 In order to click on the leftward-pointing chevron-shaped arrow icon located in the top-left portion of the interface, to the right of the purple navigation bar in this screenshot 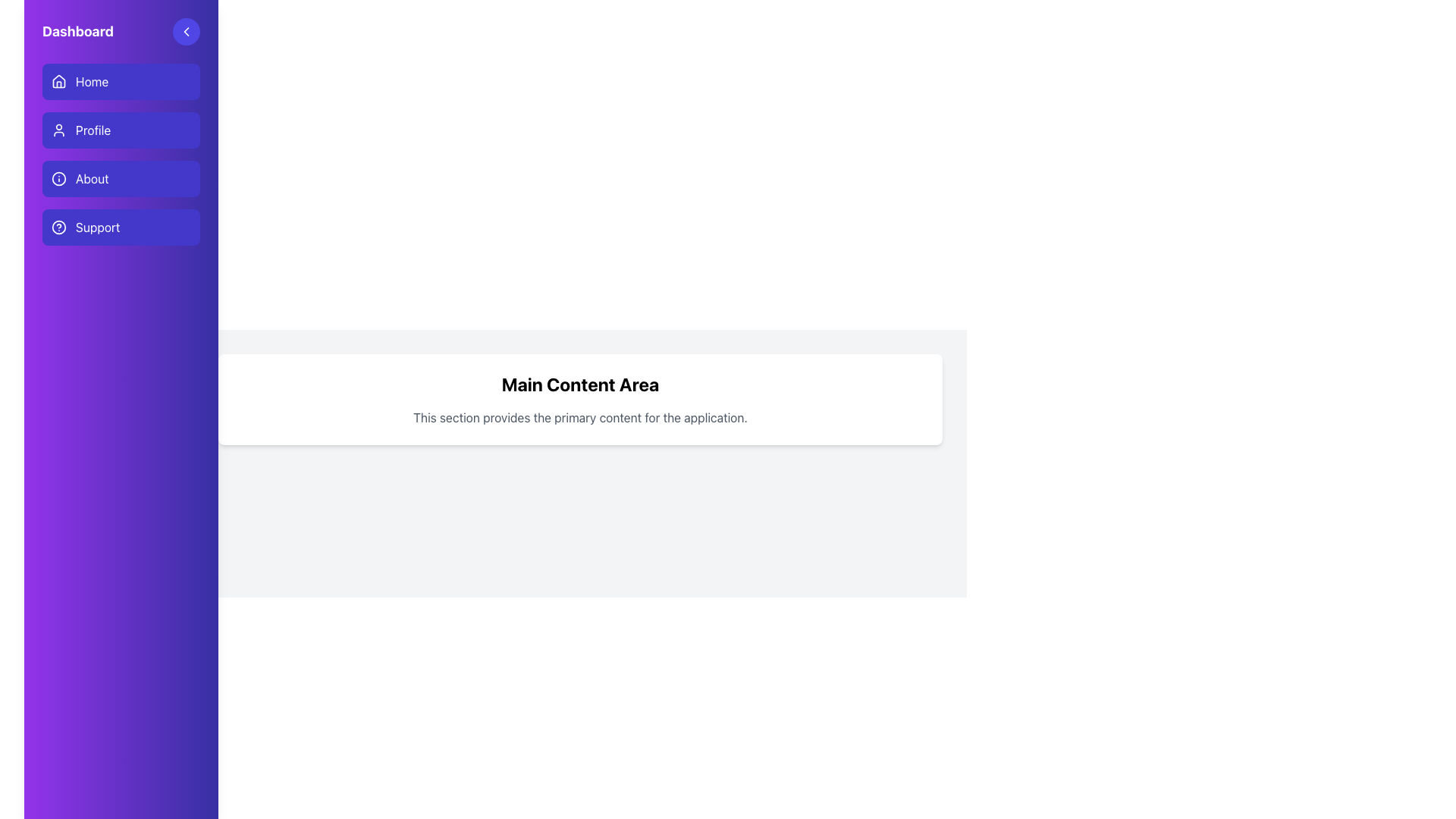, I will do `click(185, 32)`.